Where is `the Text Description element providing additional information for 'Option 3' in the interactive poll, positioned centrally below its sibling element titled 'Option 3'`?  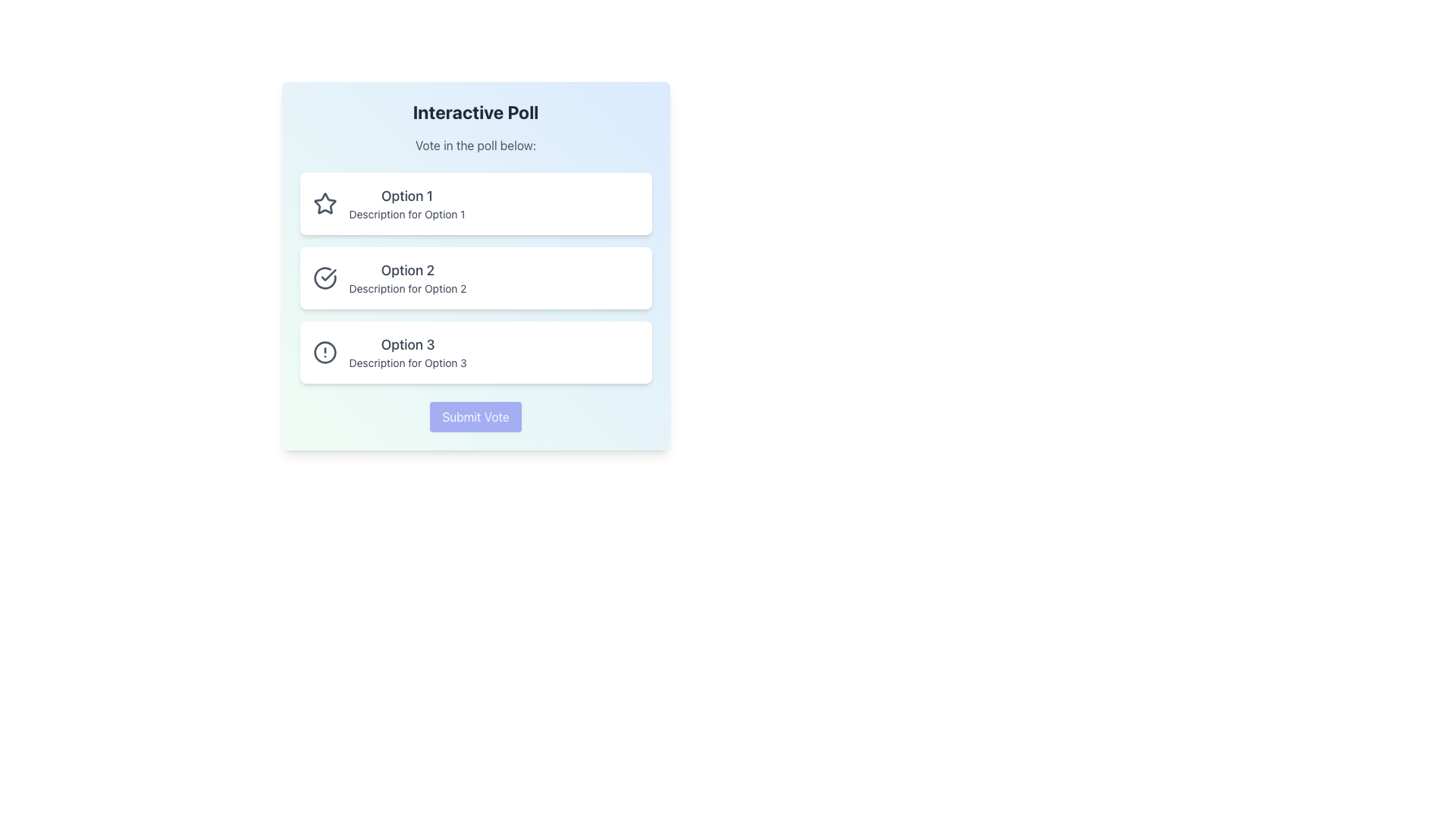
the Text Description element providing additional information for 'Option 3' in the interactive poll, positioned centrally below its sibling element titled 'Option 3' is located at coordinates (408, 362).